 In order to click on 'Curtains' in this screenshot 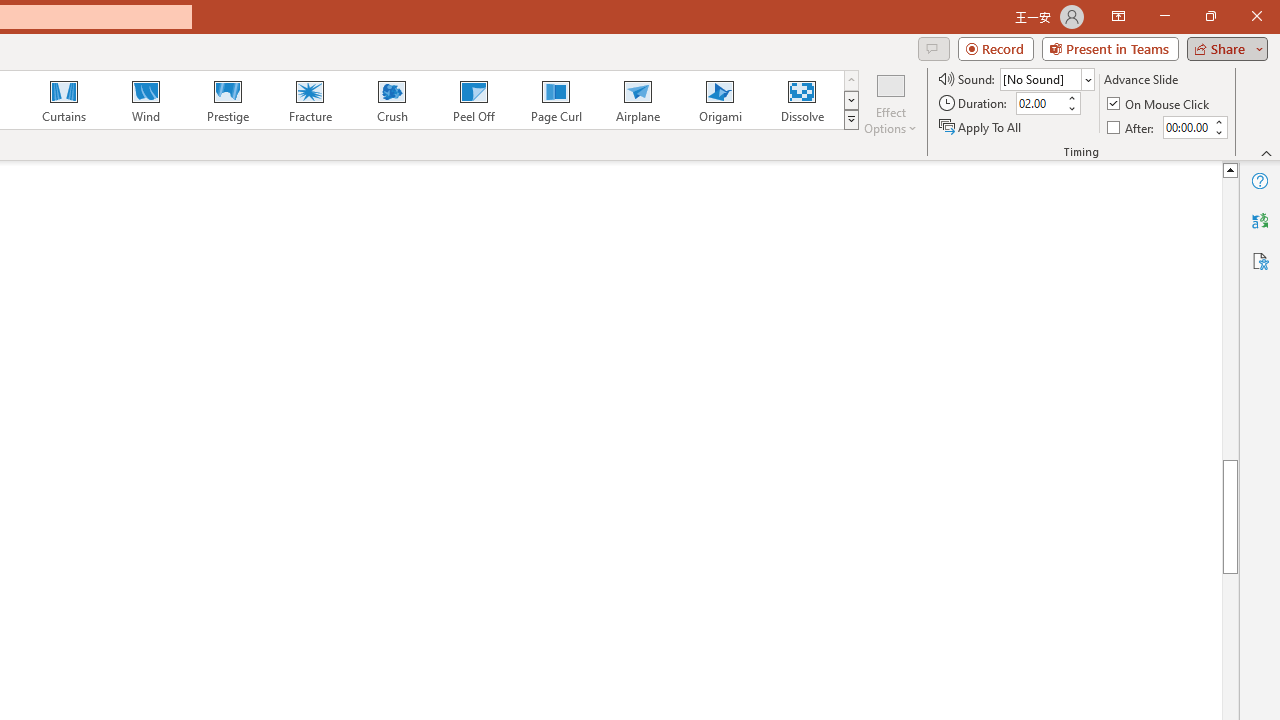, I will do `click(64, 100)`.